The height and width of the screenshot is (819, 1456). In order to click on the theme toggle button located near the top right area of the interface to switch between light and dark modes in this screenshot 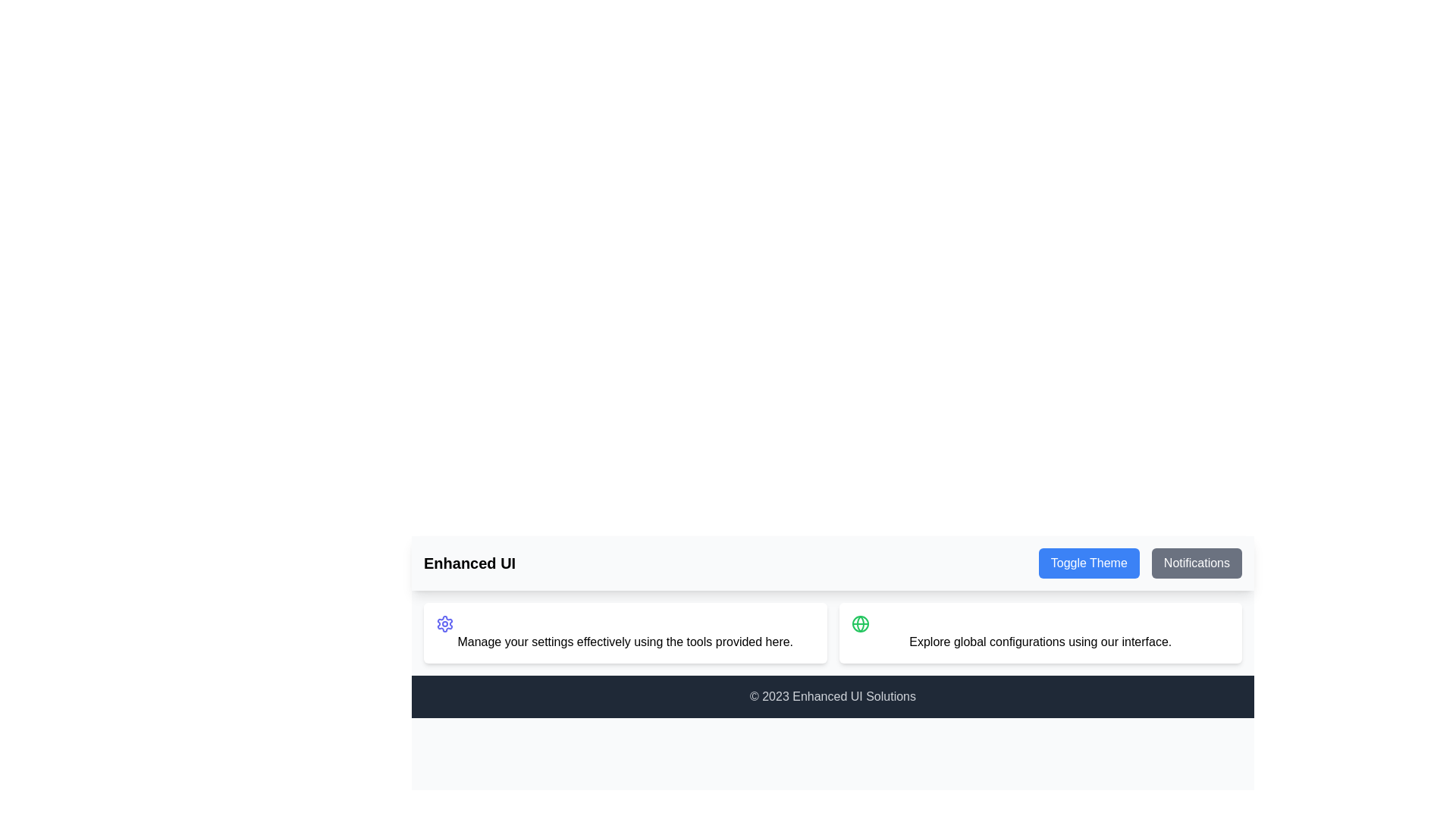, I will do `click(1087, 563)`.